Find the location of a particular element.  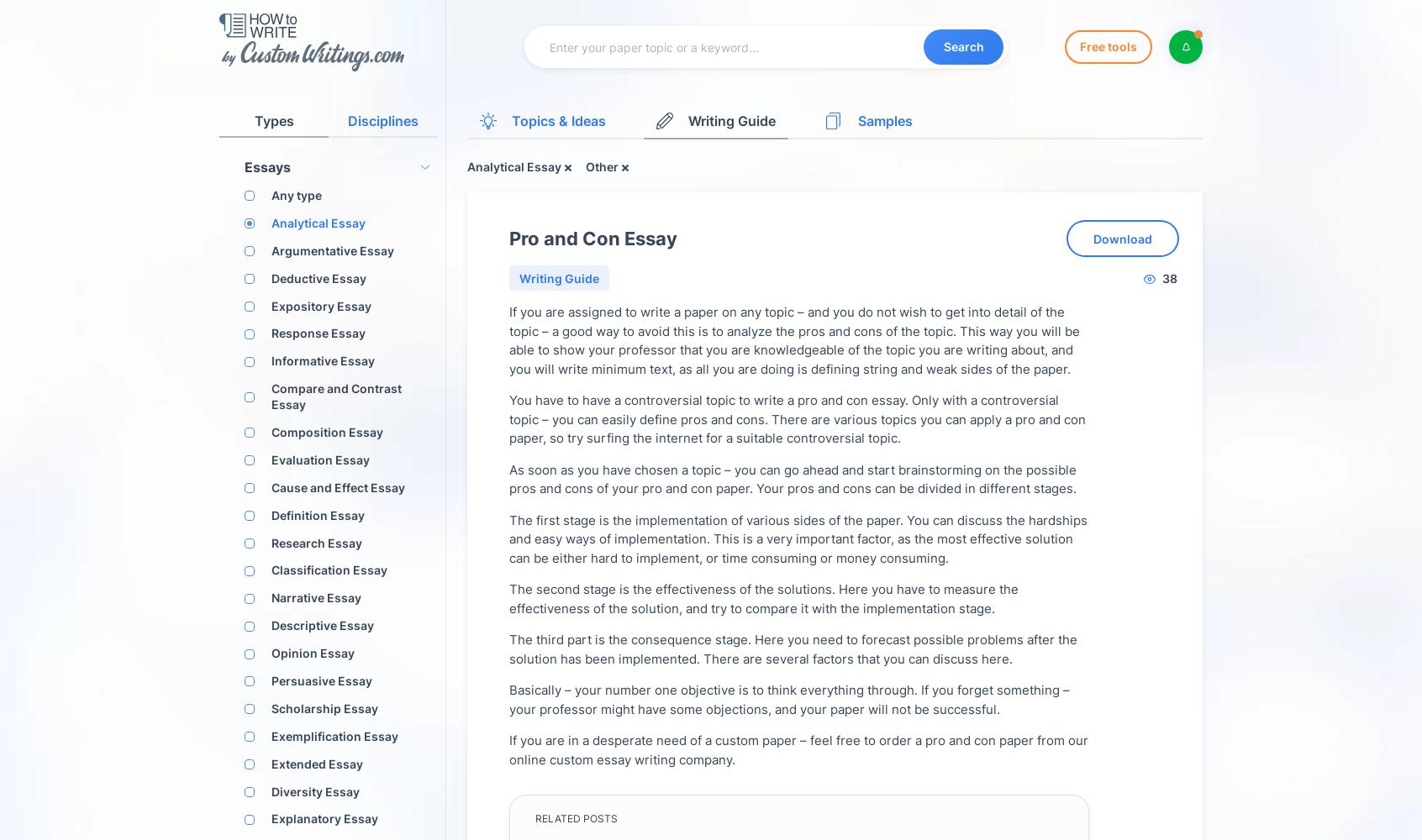

'Diversity Essay' is located at coordinates (315, 790).